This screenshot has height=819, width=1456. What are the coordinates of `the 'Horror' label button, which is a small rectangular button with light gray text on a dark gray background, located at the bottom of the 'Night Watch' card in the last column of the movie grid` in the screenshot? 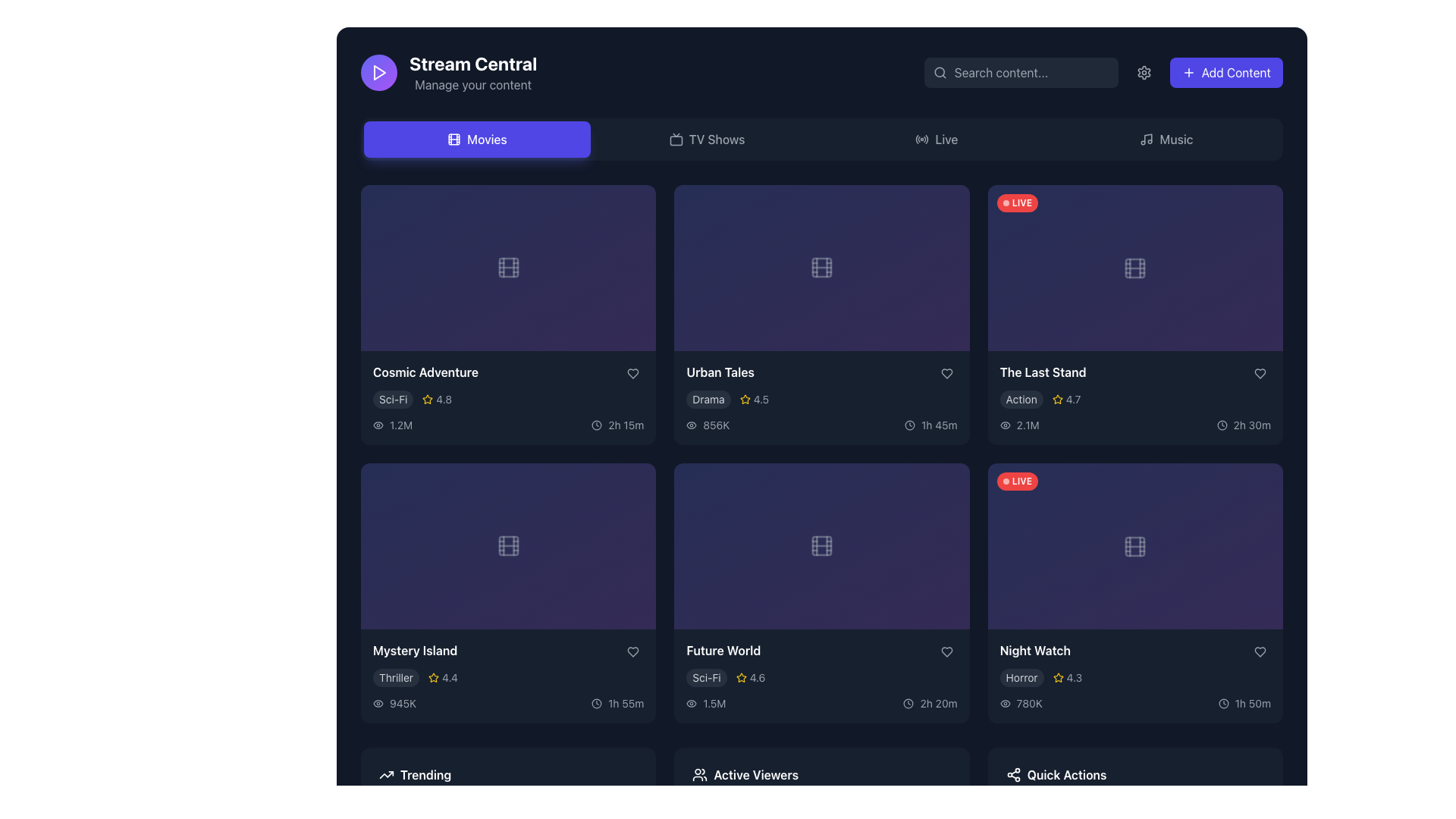 It's located at (1021, 677).